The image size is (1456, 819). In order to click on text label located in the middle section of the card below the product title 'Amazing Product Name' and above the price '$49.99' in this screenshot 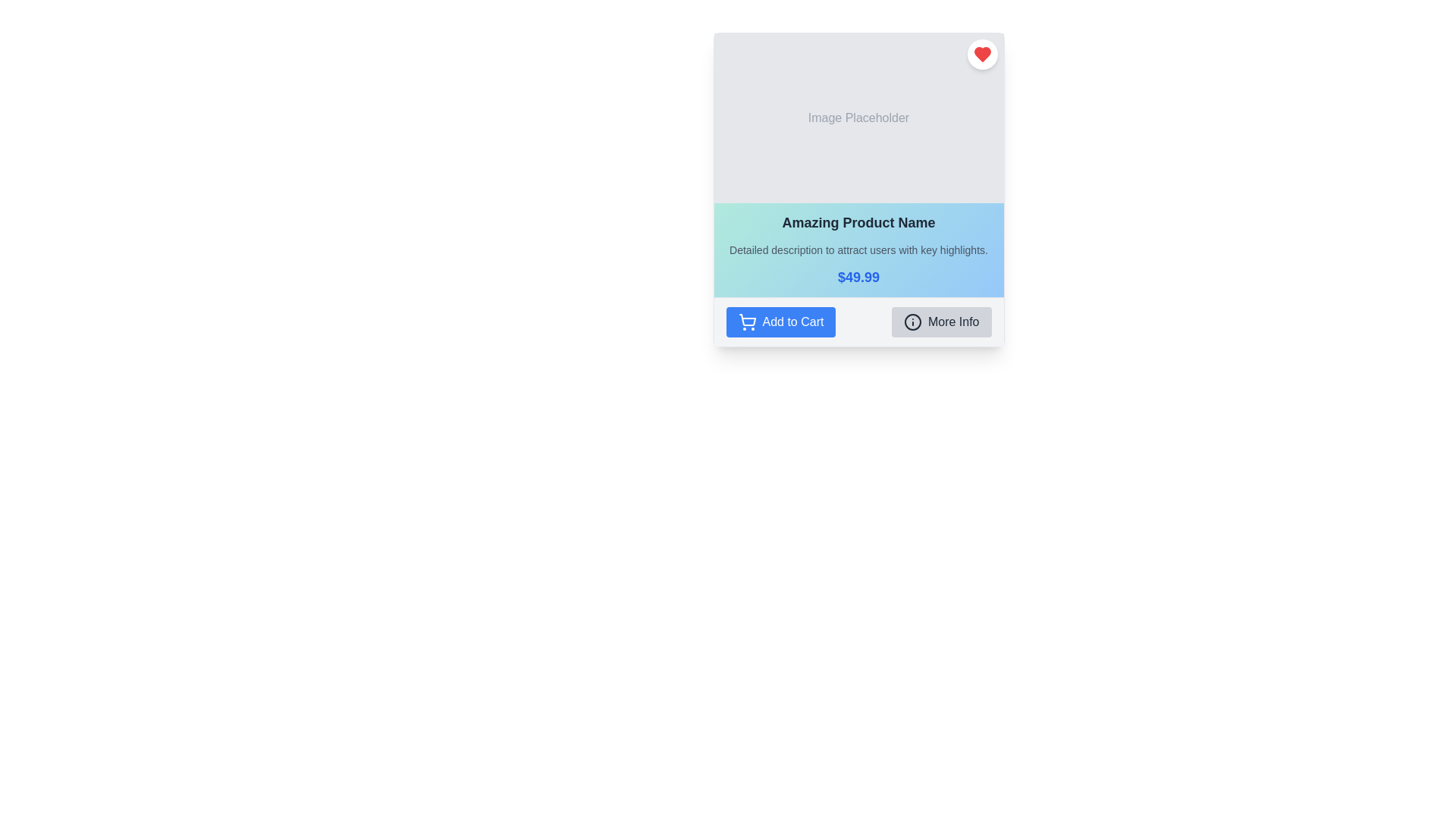, I will do `click(858, 249)`.